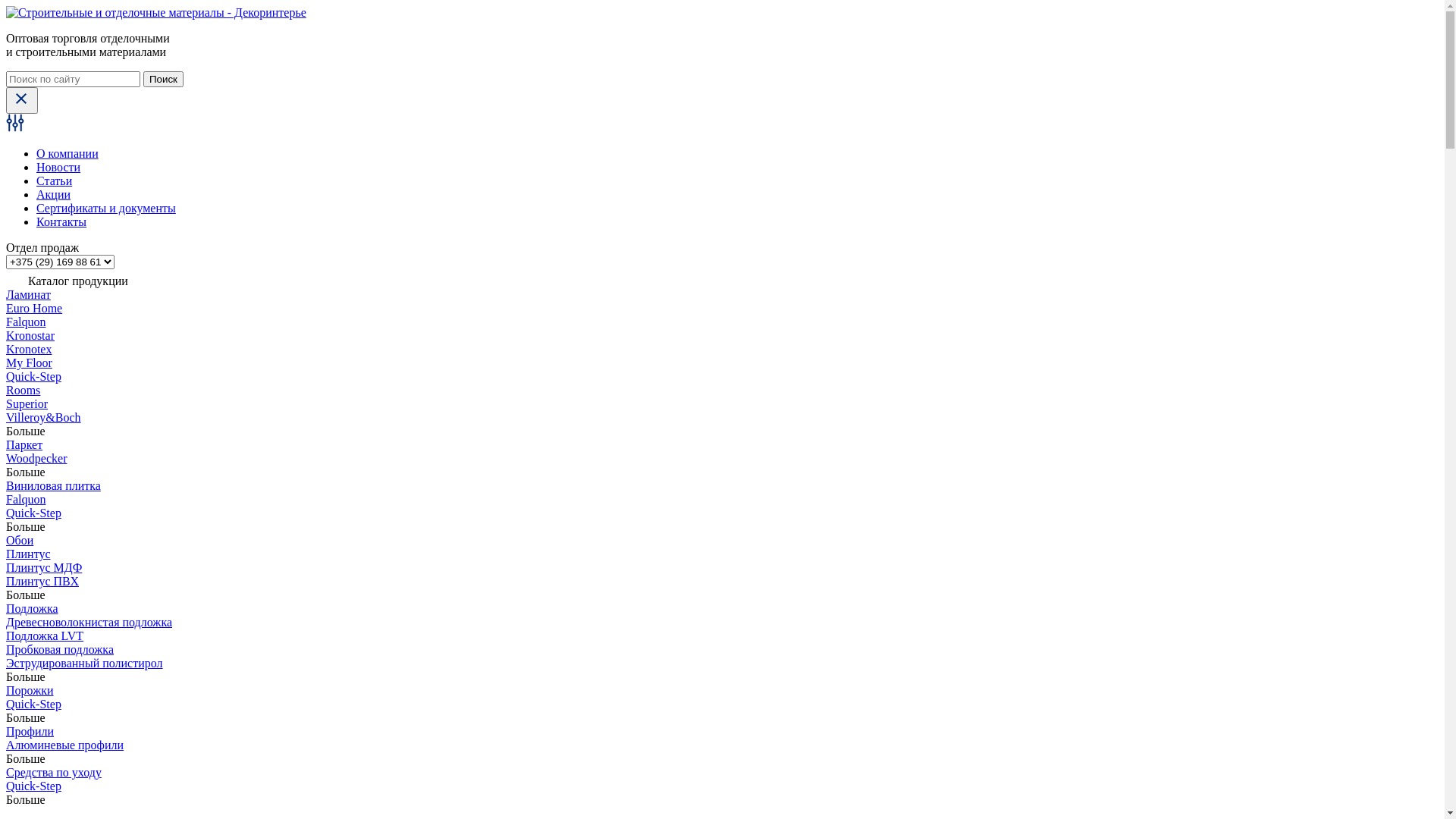 The width and height of the screenshot is (1456, 819). What do you see at coordinates (43, 417) in the screenshot?
I see `'Villeroy&Boch'` at bounding box center [43, 417].